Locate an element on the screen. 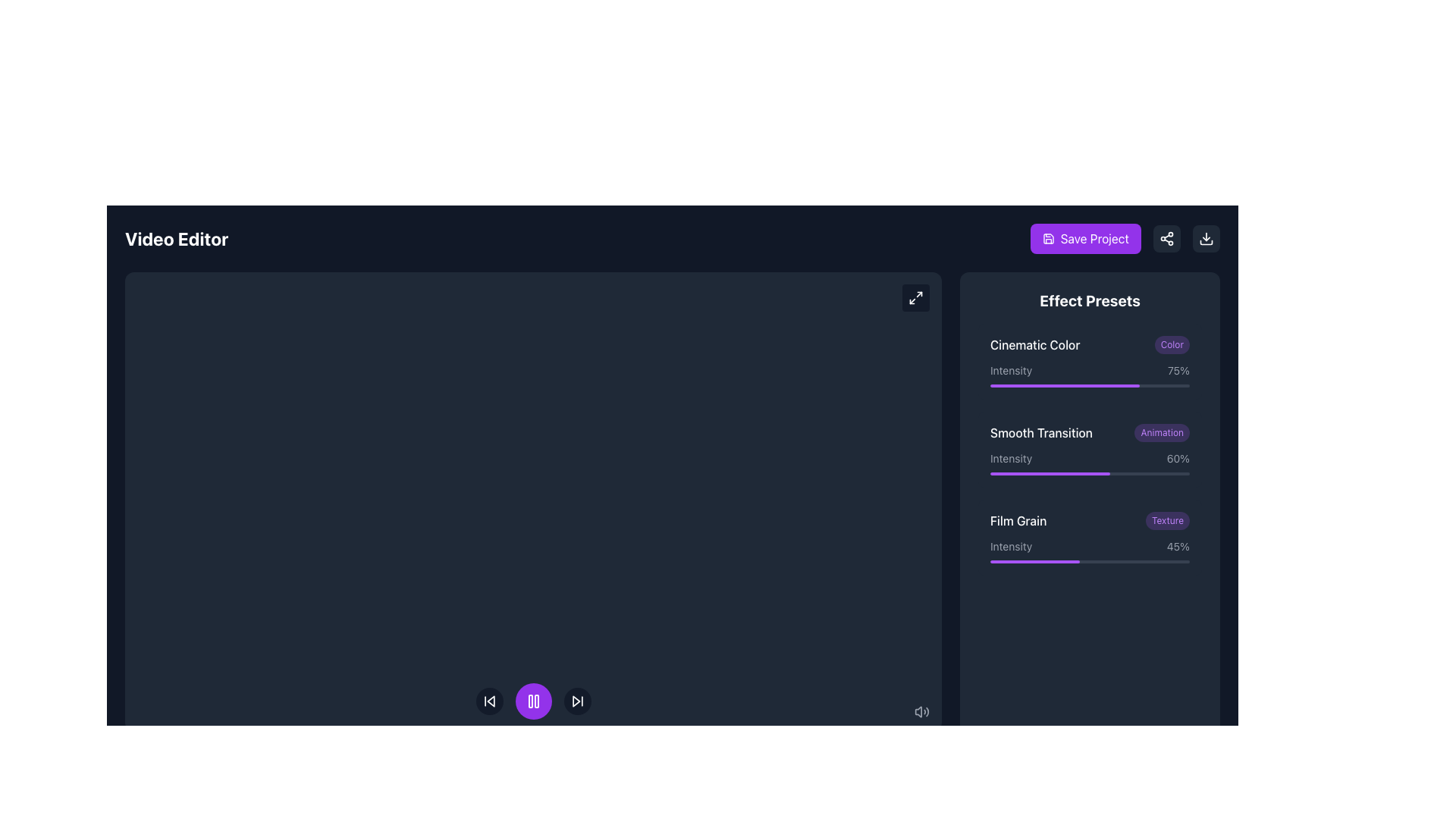 Image resolution: width=1456 pixels, height=819 pixels. the intensity slider is located at coordinates (1183, 561).